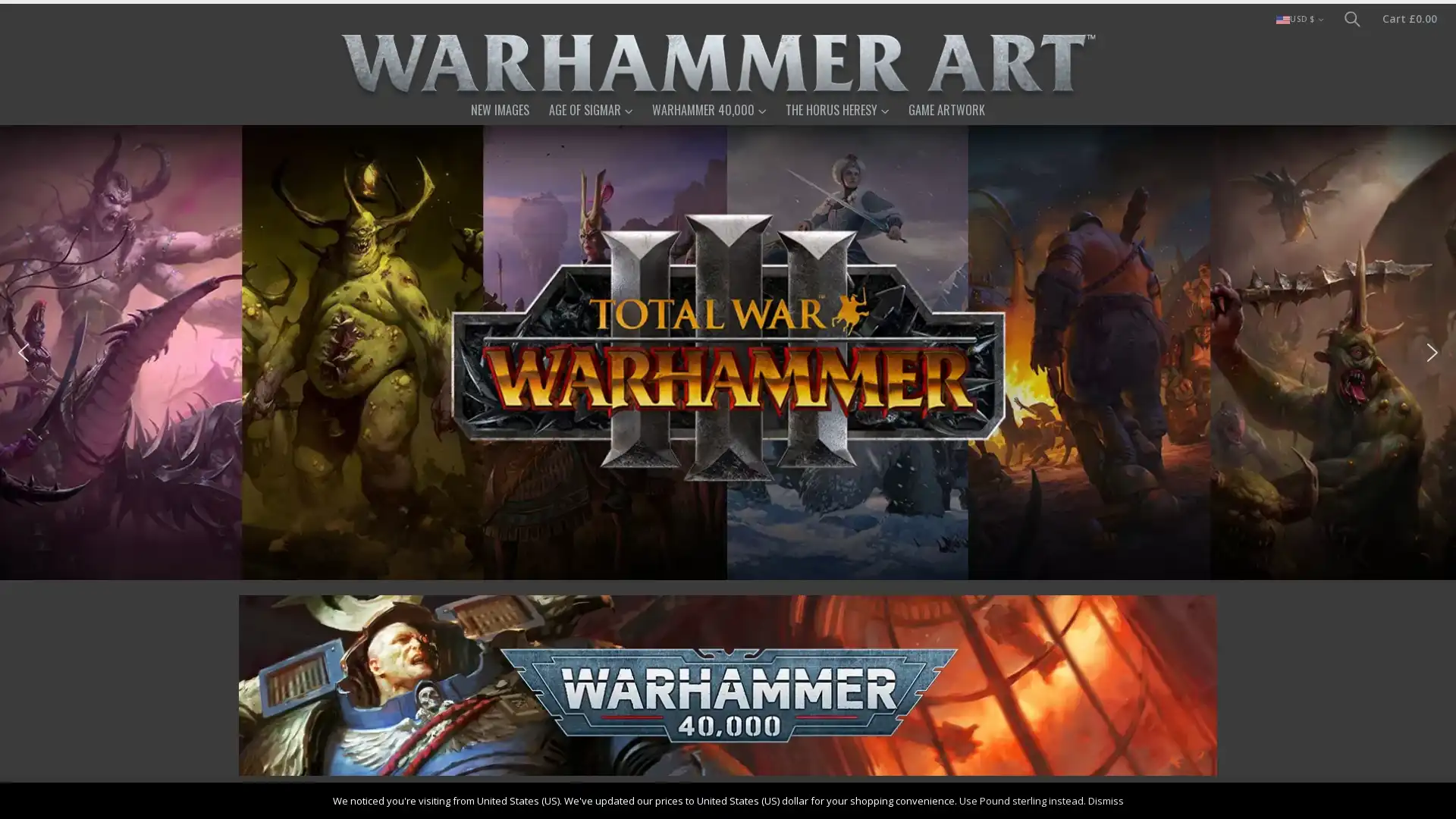 The image size is (1456, 819). What do you see at coordinates (1432, 351) in the screenshot?
I see `next arrow` at bounding box center [1432, 351].